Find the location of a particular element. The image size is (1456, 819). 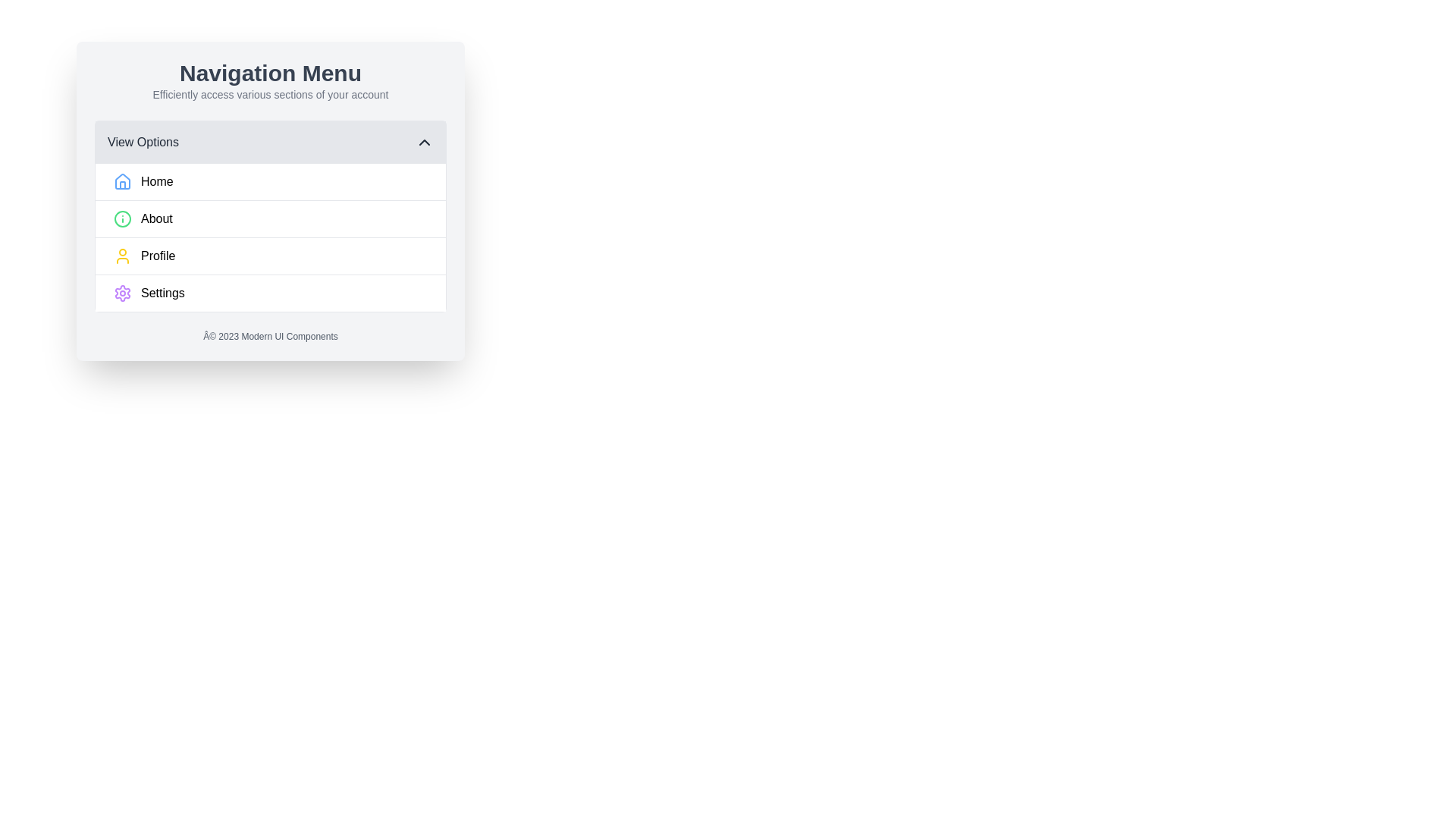

the circular icon with a green outline, containing a vertical line and a small circle above it, located in the second row of the navigation menu, to the left of the text 'About' is located at coordinates (123, 219).